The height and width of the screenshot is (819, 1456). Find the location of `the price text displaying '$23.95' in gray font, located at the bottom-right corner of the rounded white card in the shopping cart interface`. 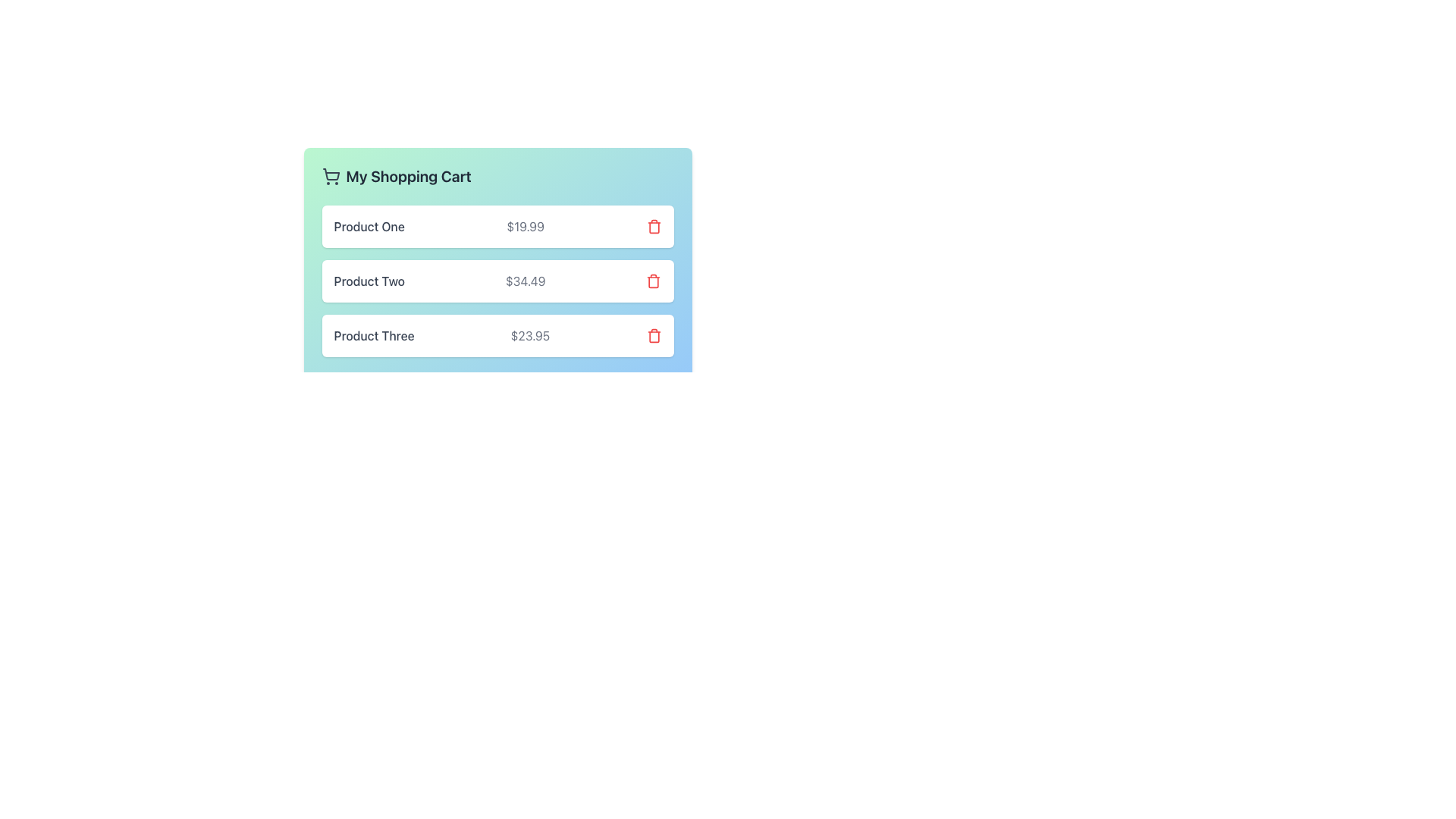

the price text displaying '$23.95' in gray font, located at the bottom-right corner of the rounded white card in the shopping cart interface is located at coordinates (530, 335).